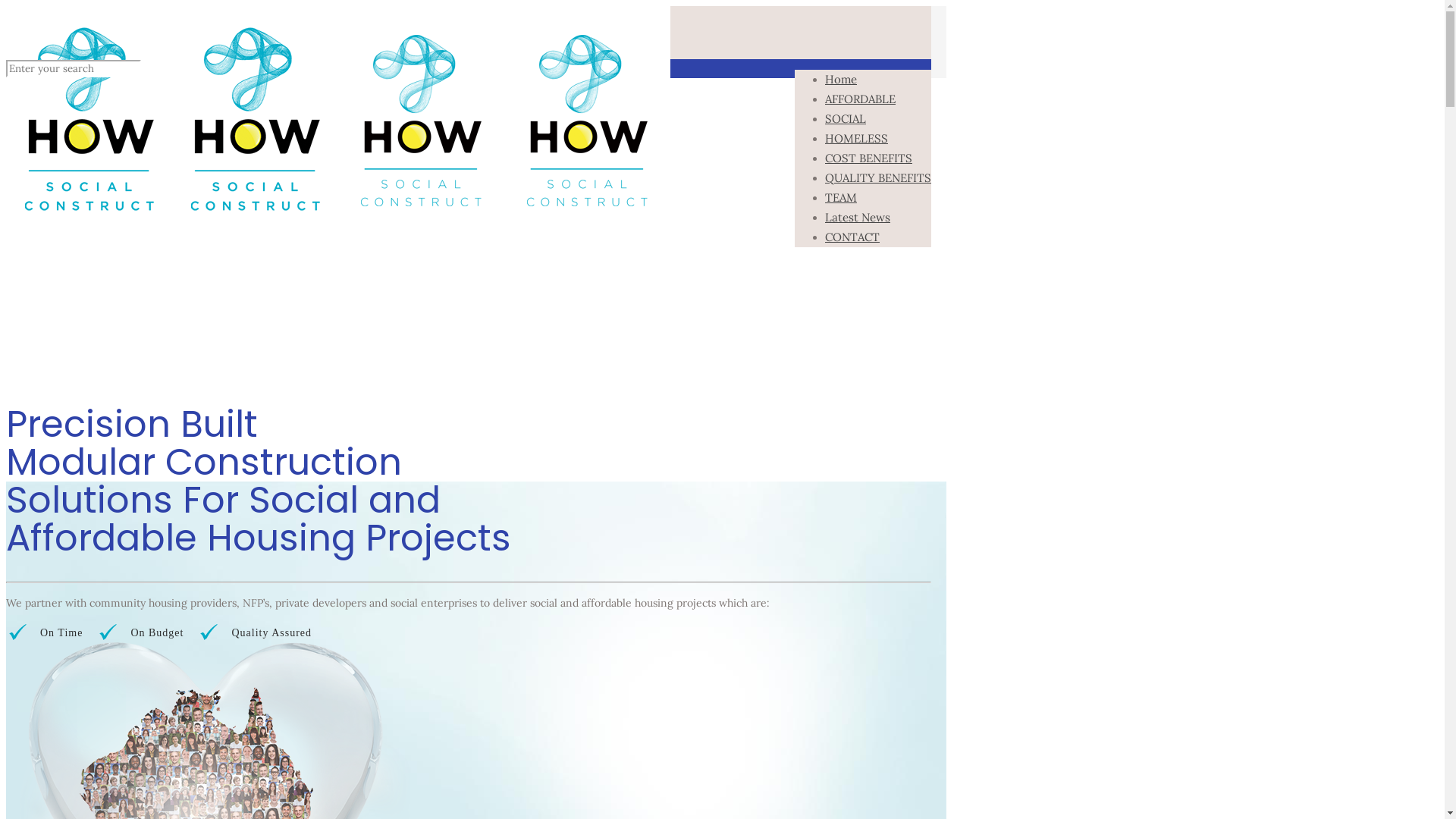 The width and height of the screenshot is (1456, 819). I want to click on 'Home', so click(839, 79).